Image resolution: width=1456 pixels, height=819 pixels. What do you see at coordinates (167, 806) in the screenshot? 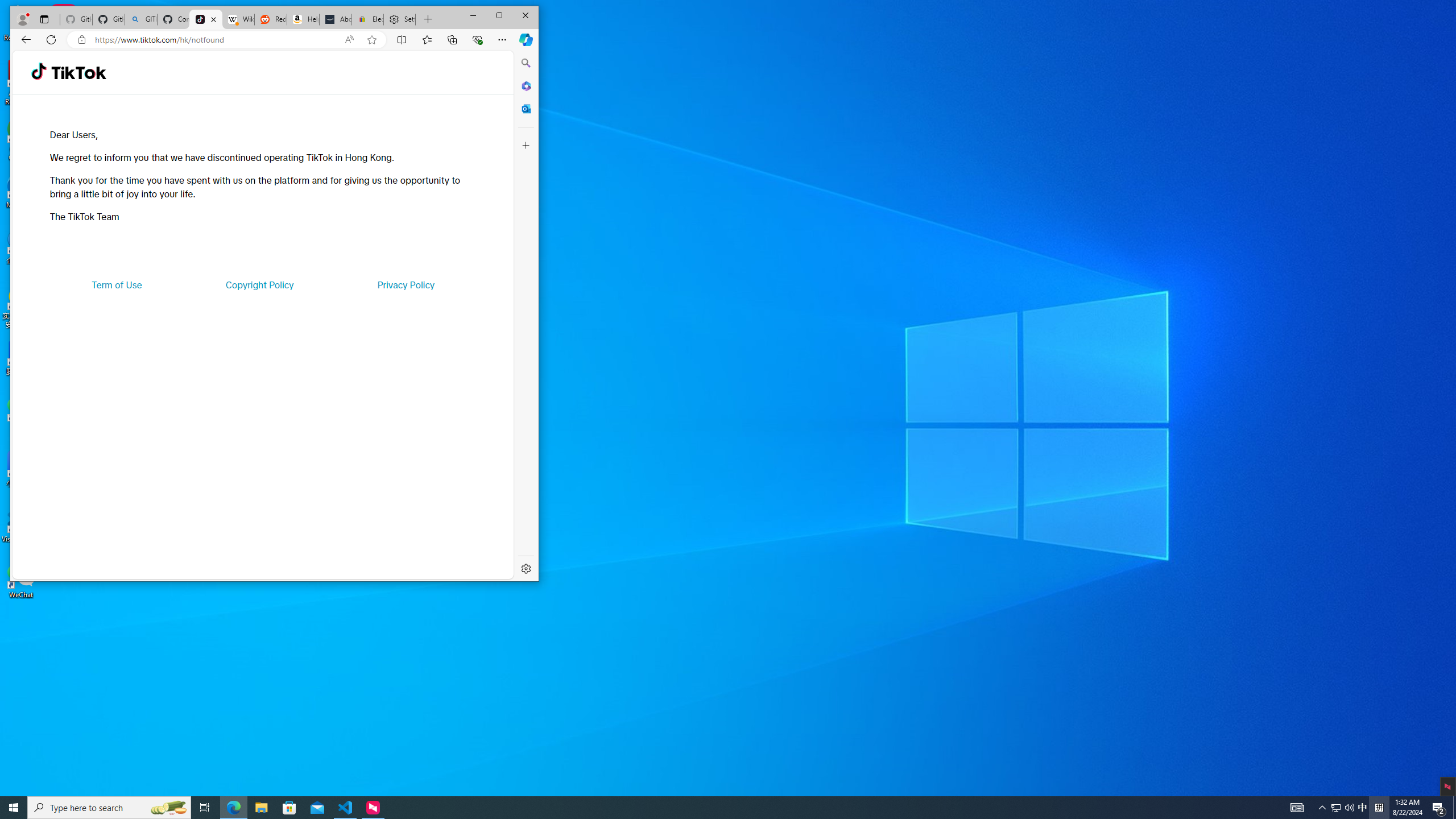
I see `'Search highlights icon opens search home window'` at bounding box center [167, 806].